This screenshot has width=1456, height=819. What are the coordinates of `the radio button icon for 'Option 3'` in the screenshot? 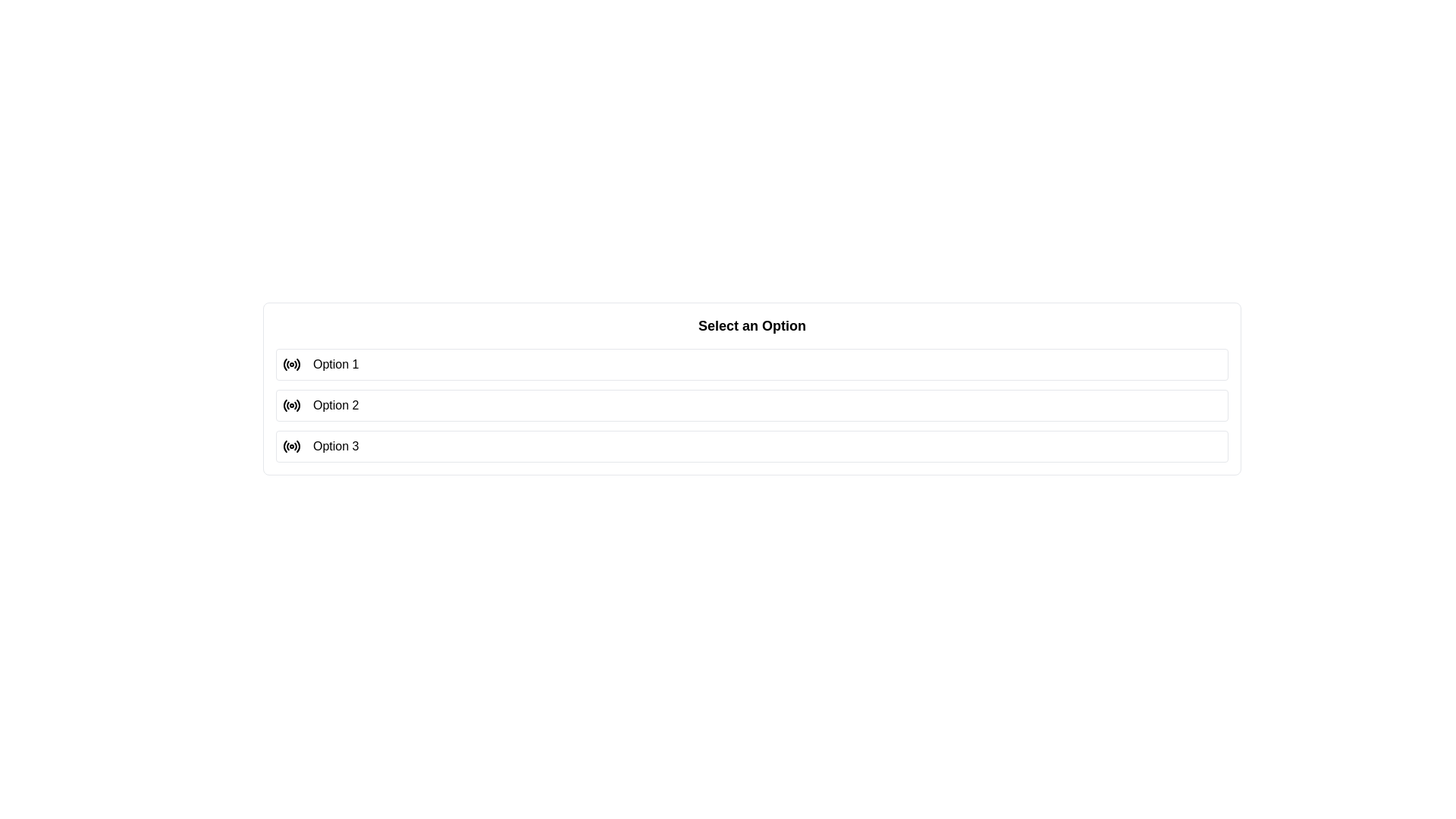 It's located at (291, 446).